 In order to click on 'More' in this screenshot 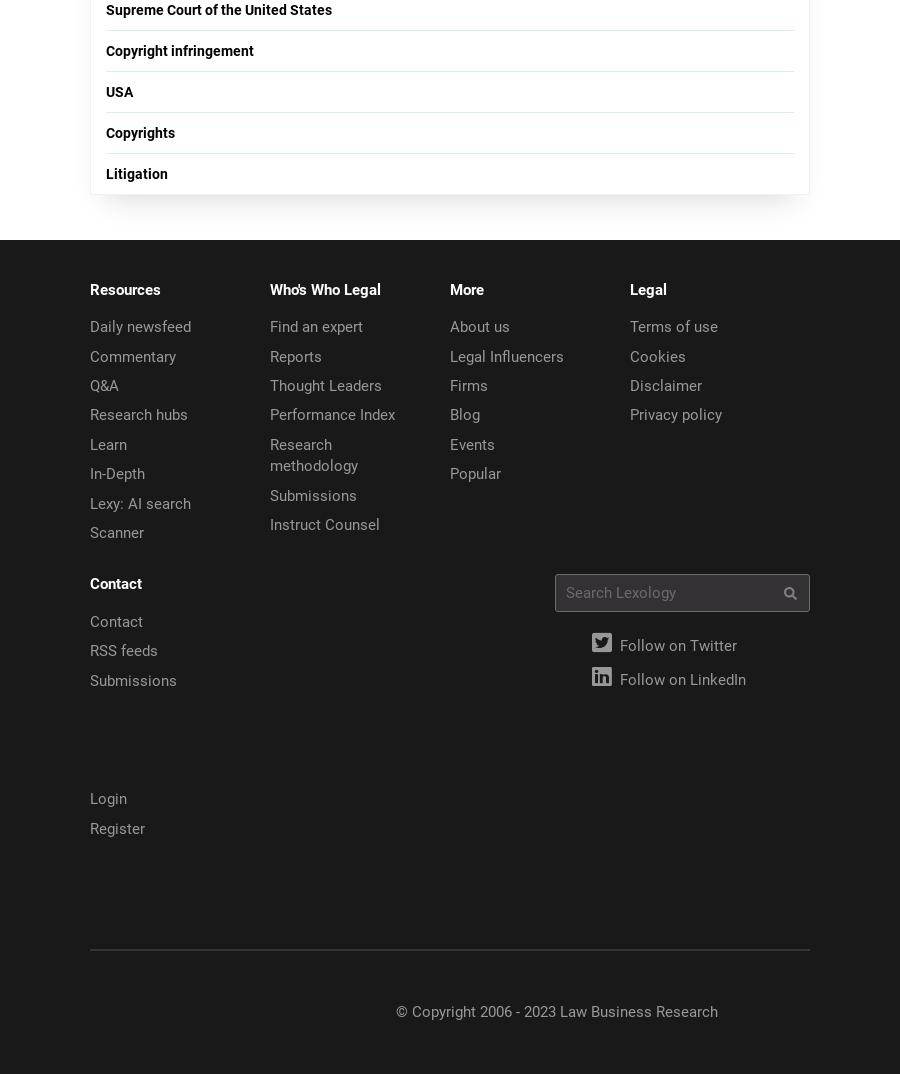, I will do `click(466, 289)`.